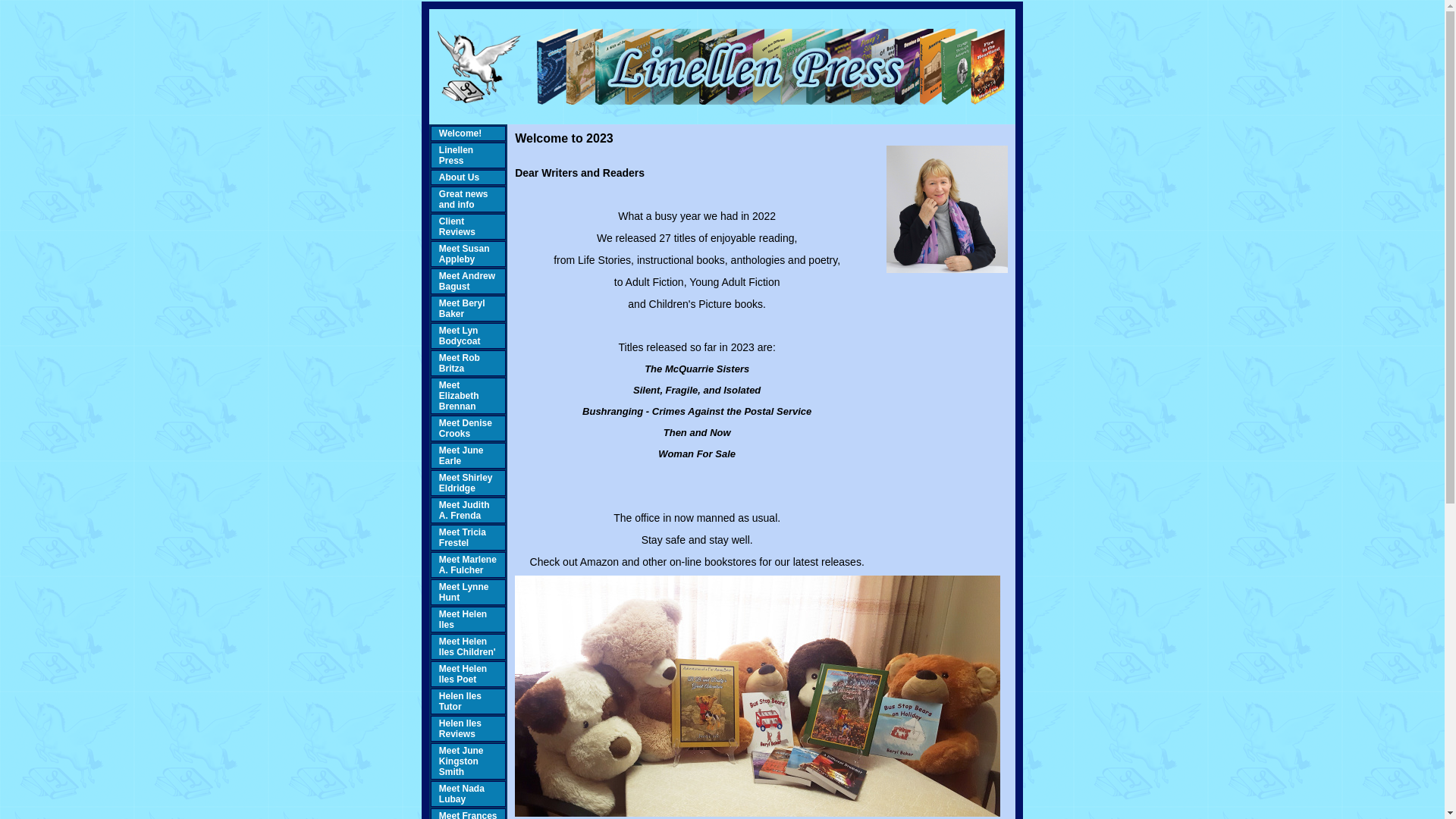 This screenshot has height=819, width=1456. What do you see at coordinates (455, 155) in the screenshot?
I see `'Linellen Press'` at bounding box center [455, 155].